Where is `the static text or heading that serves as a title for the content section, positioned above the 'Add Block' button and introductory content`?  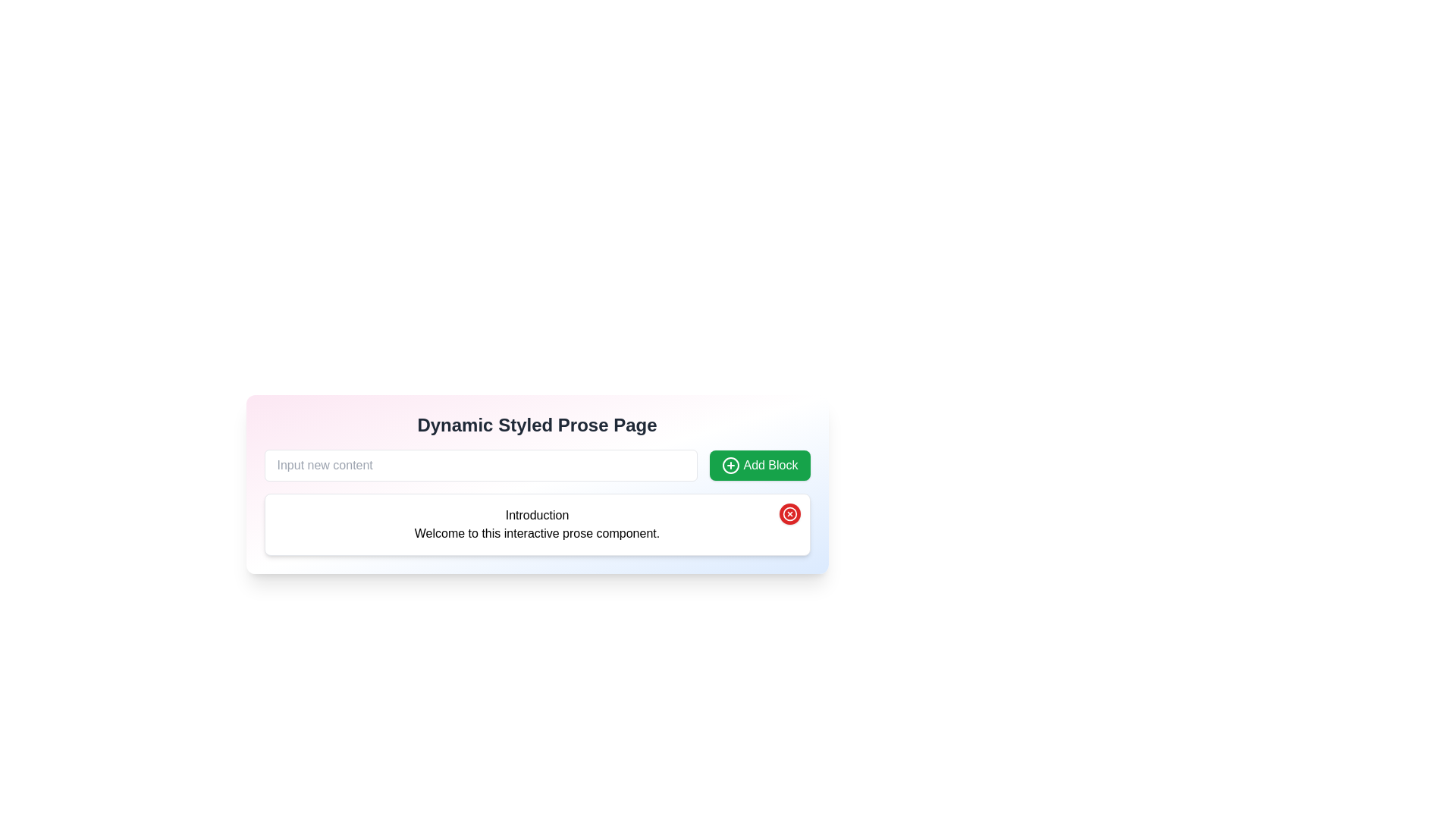 the static text or heading that serves as a title for the content section, positioned above the 'Add Block' button and introductory content is located at coordinates (537, 425).